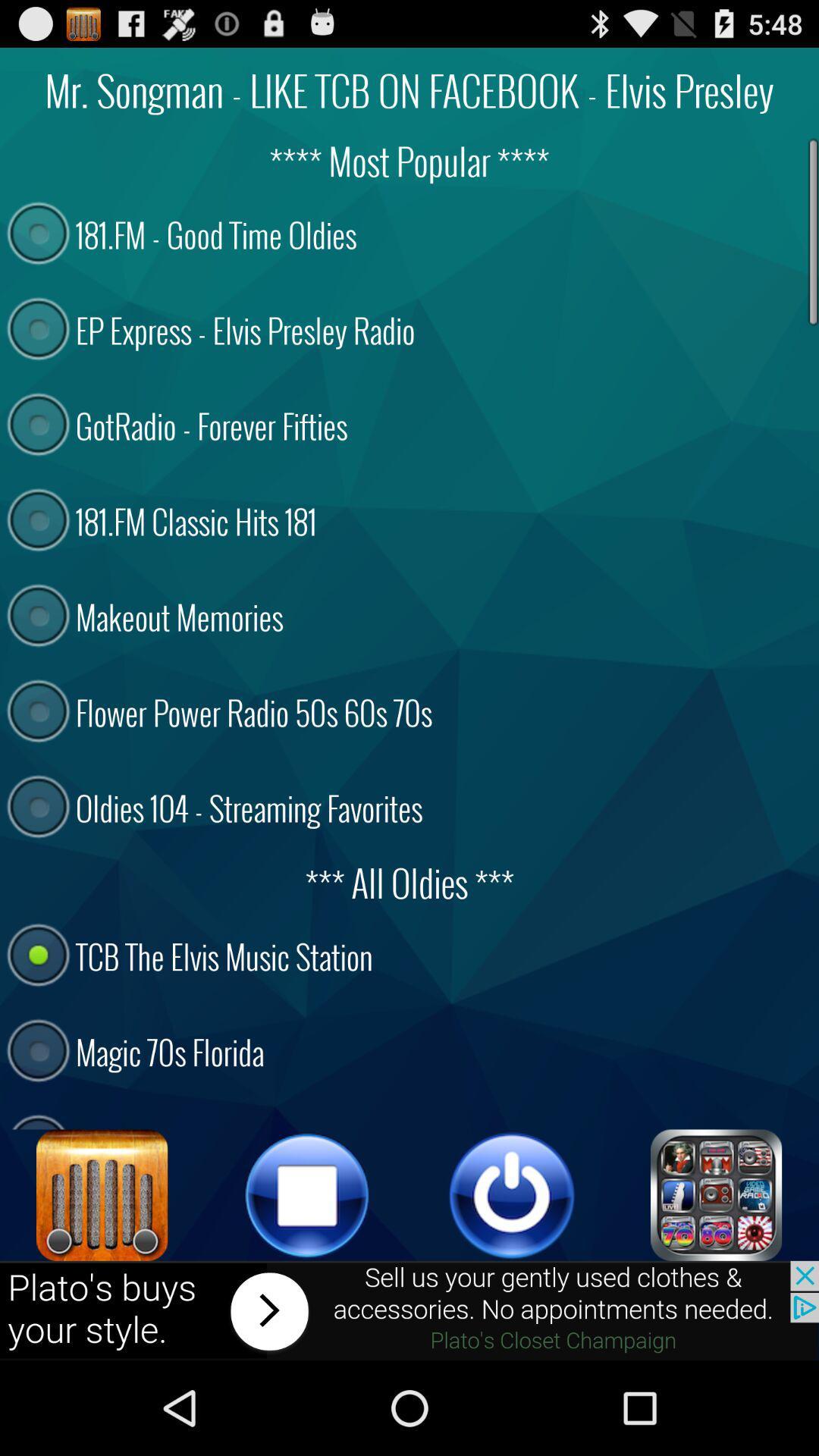 The width and height of the screenshot is (819, 1456). What do you see at coordinates (512, 1278) in the screenshot?
I see `the power icon` at bounding box center [512, 1278].